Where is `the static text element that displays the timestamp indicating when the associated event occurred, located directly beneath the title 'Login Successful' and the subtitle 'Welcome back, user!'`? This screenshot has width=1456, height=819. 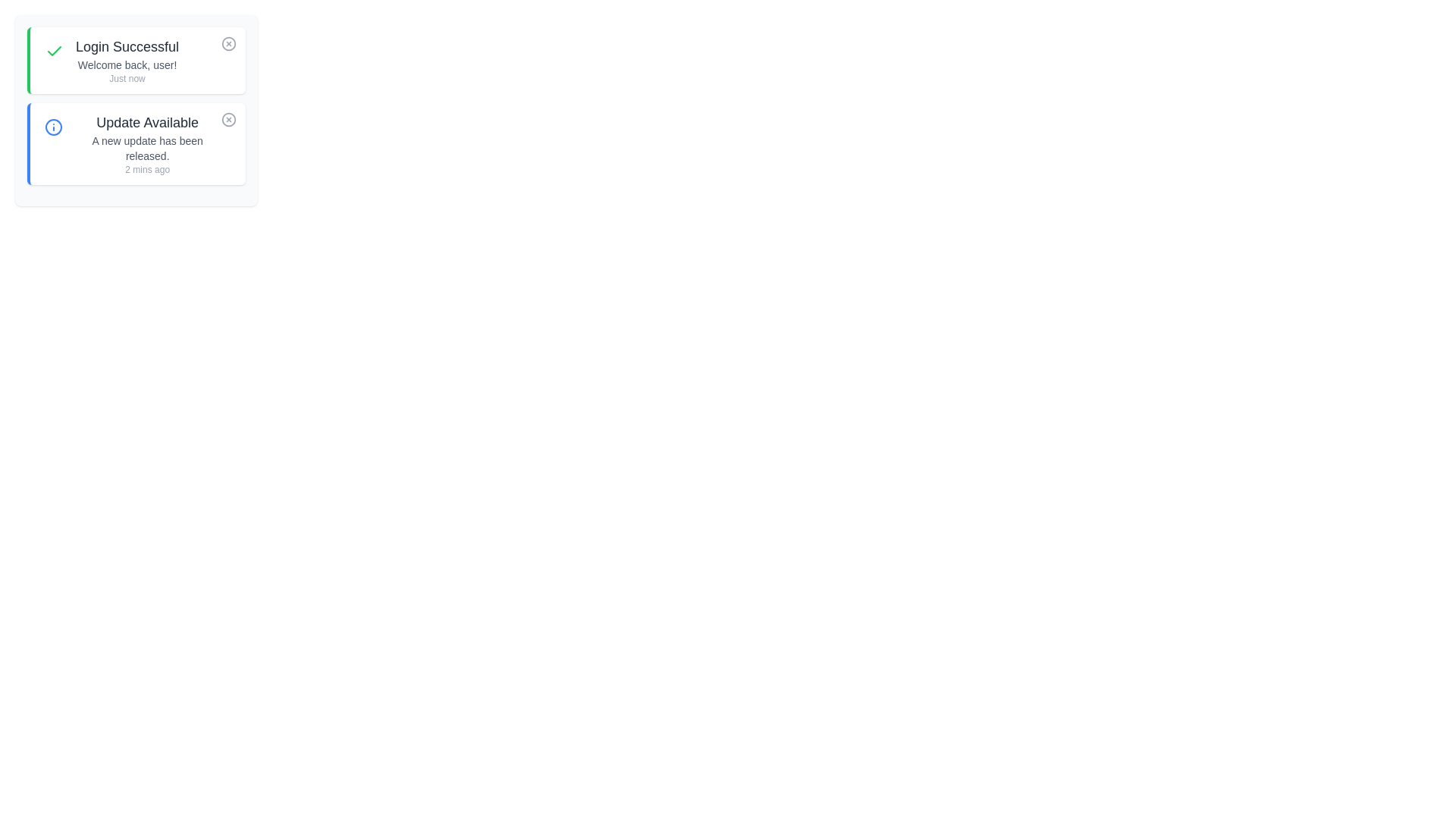 the static text element that displays the timestamp indicating when the associated event occurred, located directly beneath the title 'Login Successful' and the subtitle 'Welcome back, user!' is located at coordinates (127, 79).